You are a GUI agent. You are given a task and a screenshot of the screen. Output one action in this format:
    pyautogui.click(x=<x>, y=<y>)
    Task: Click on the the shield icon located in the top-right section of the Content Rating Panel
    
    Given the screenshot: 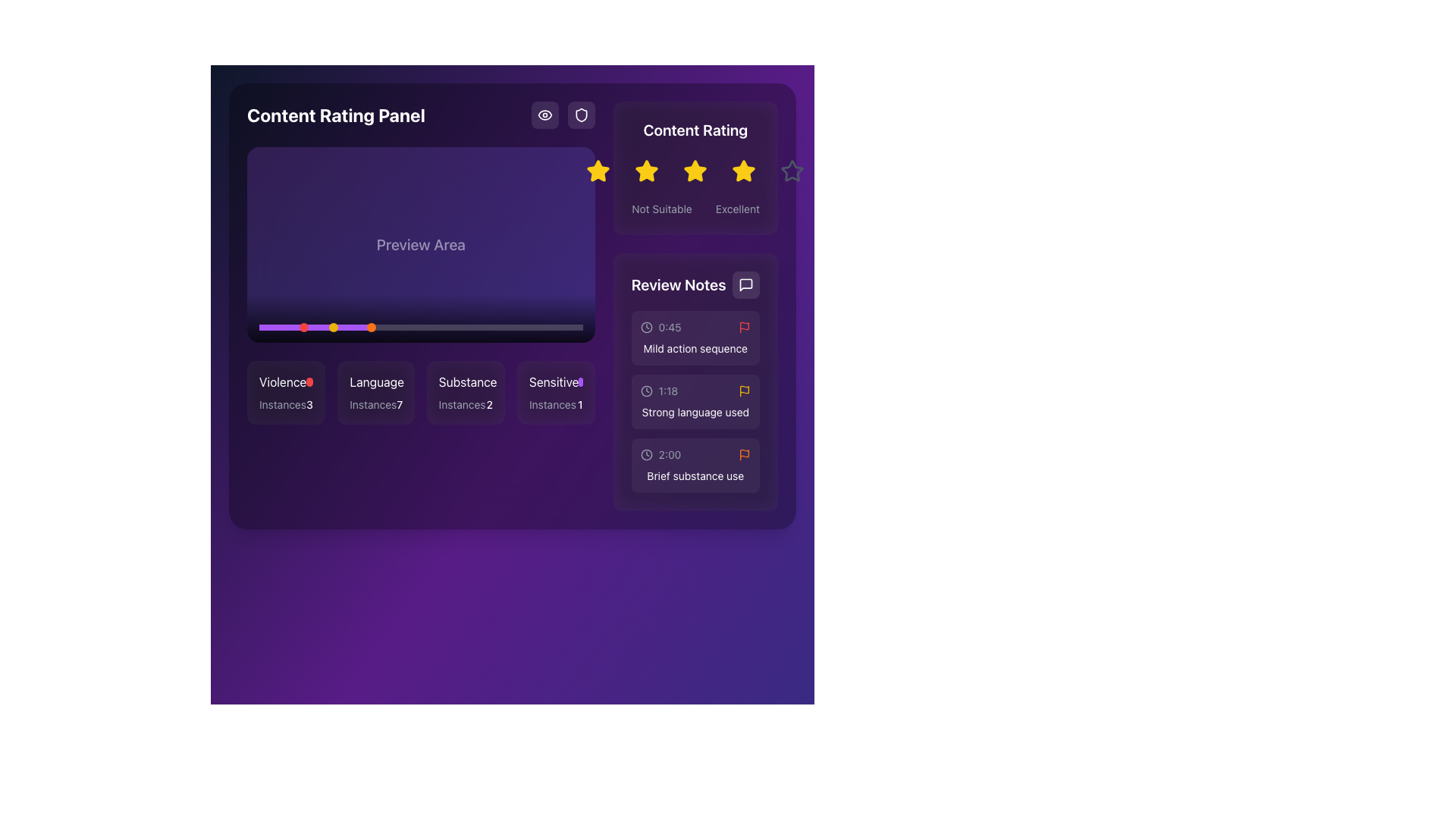 What is the action you would take?
    pyautogui.click(x=562, y=114)
    